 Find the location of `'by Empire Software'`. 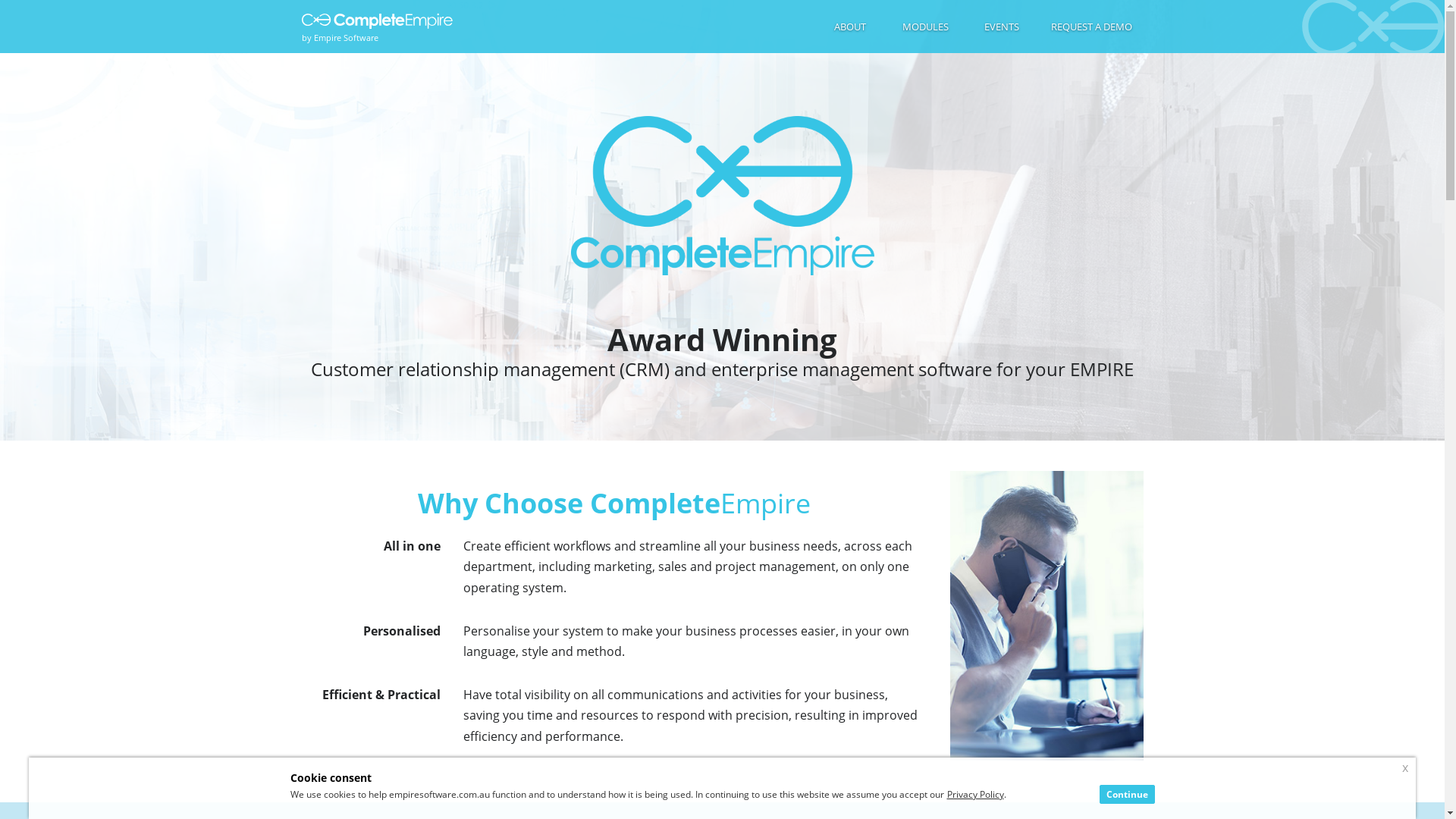

'by Empire Software' is located at coordinates (381, 27).